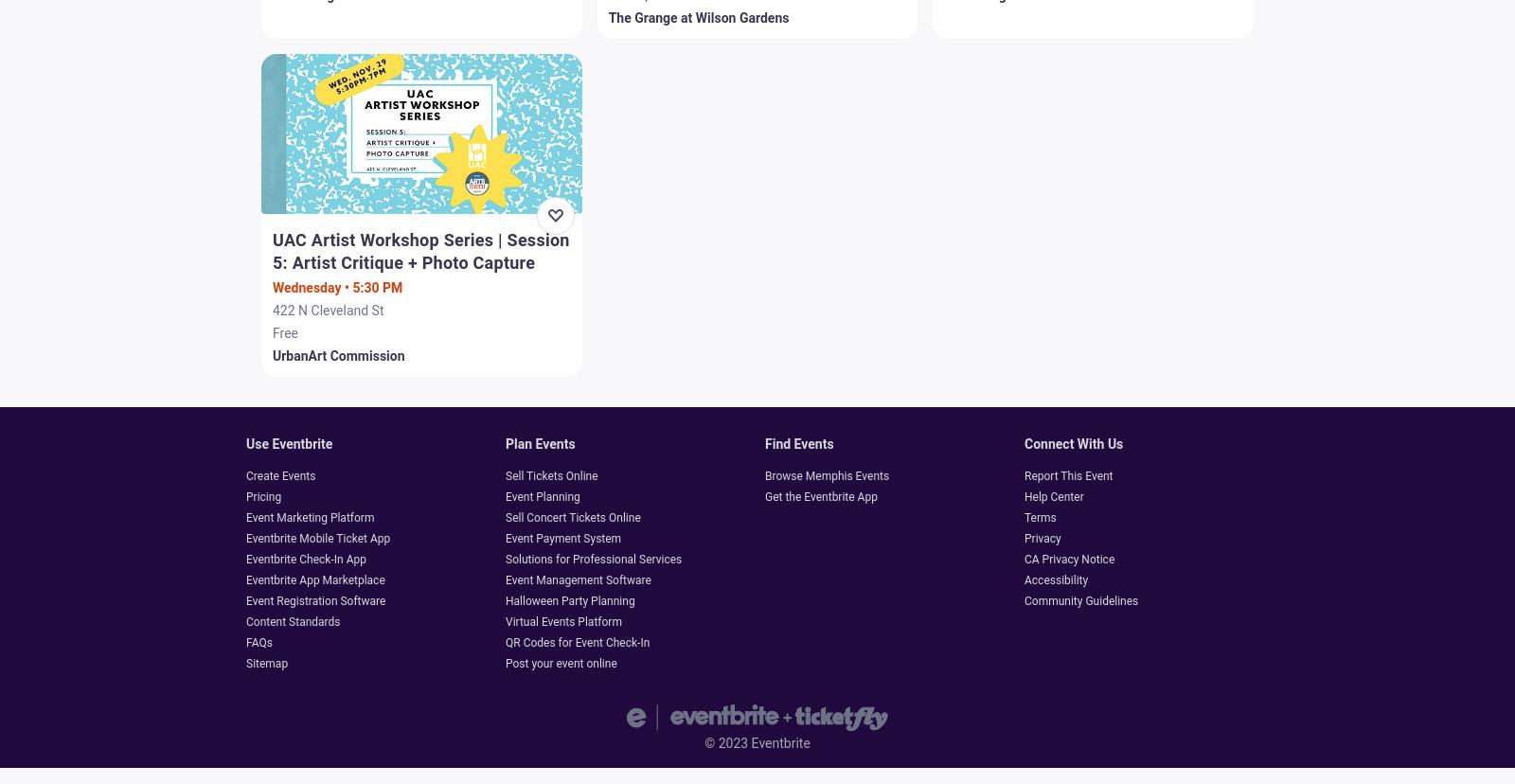 The width and height of the screenshot is (1515, 784). Describe the element at coordinates (1080, 600) in the screenshot. I see `'Community Guidelines'` at that location.